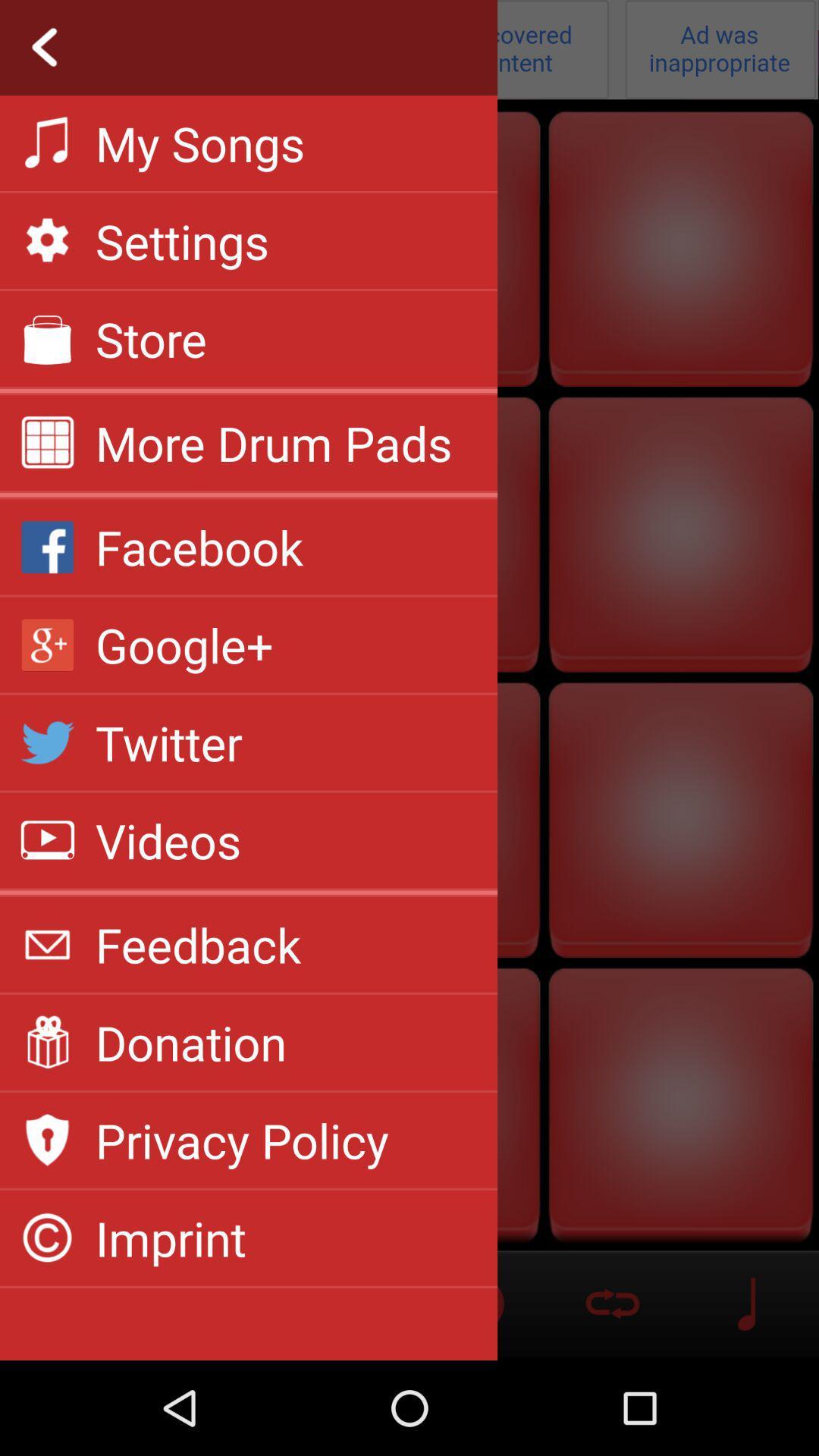 The width and height of the screenshot is (819, 1456). Describe the element at coordinates (151, 337) in the screenshot. I see `the store item` at that location.